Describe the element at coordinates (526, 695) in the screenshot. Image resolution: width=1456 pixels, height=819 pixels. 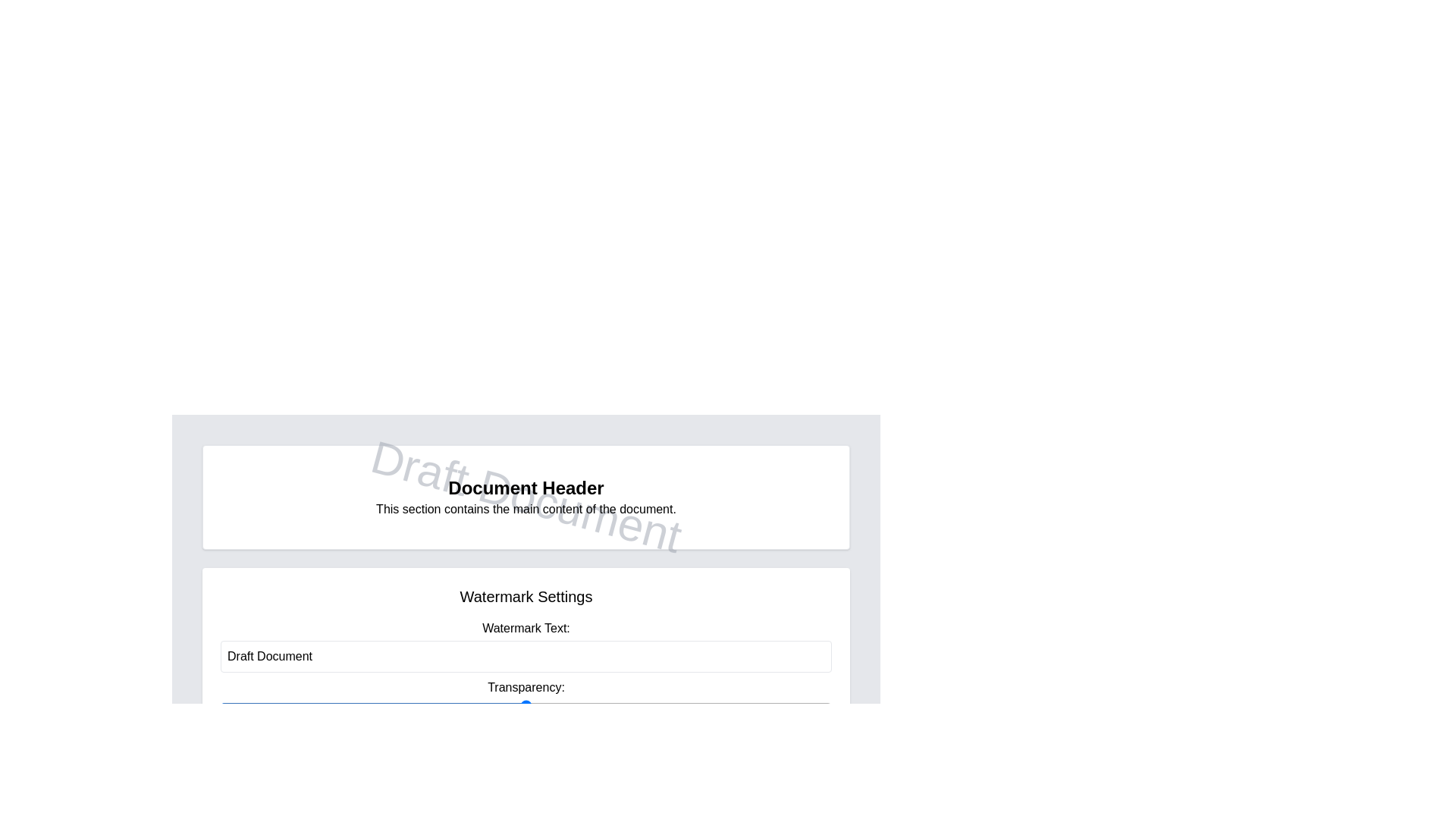
I see `the third textual label indicating the transparency level in the 'Watermark Settings' section, which is located centrally between the 'Watermark Text:' and 'Rotation Angle:' labels` at that location.